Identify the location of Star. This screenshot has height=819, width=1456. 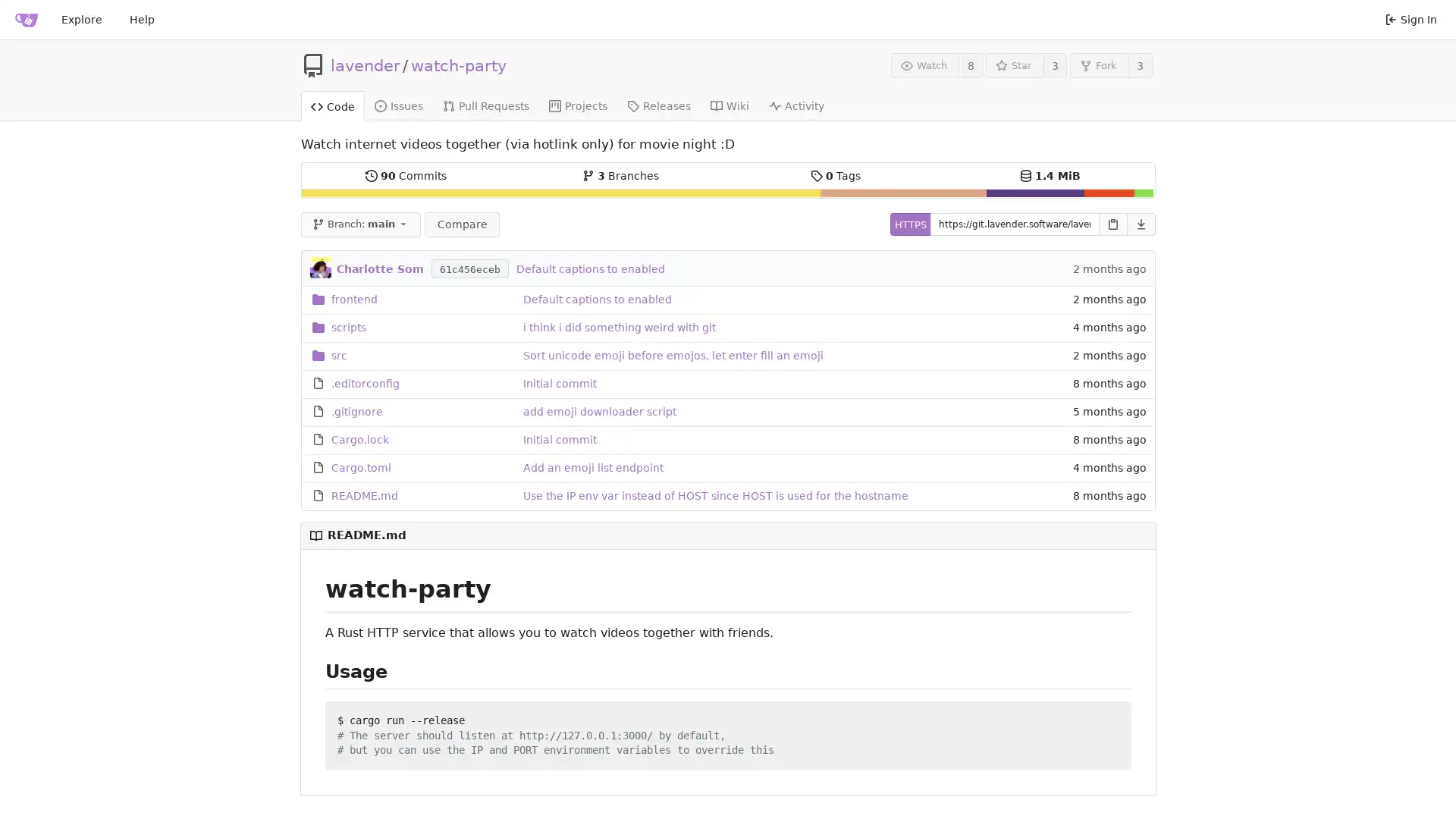
(1014, 64).